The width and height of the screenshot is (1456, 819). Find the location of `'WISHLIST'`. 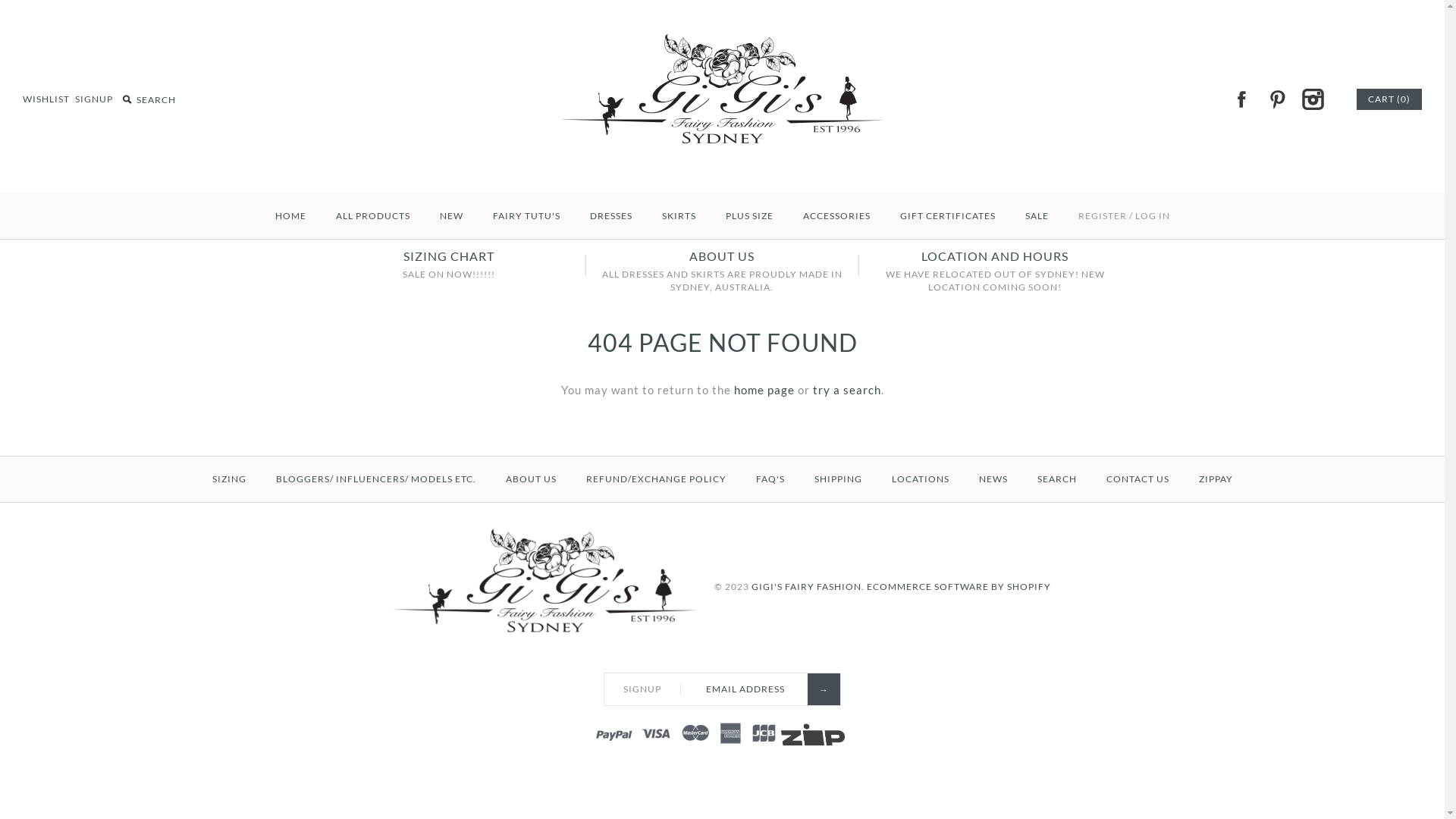

'WISHLIST' is located at coordinates (46, 99).